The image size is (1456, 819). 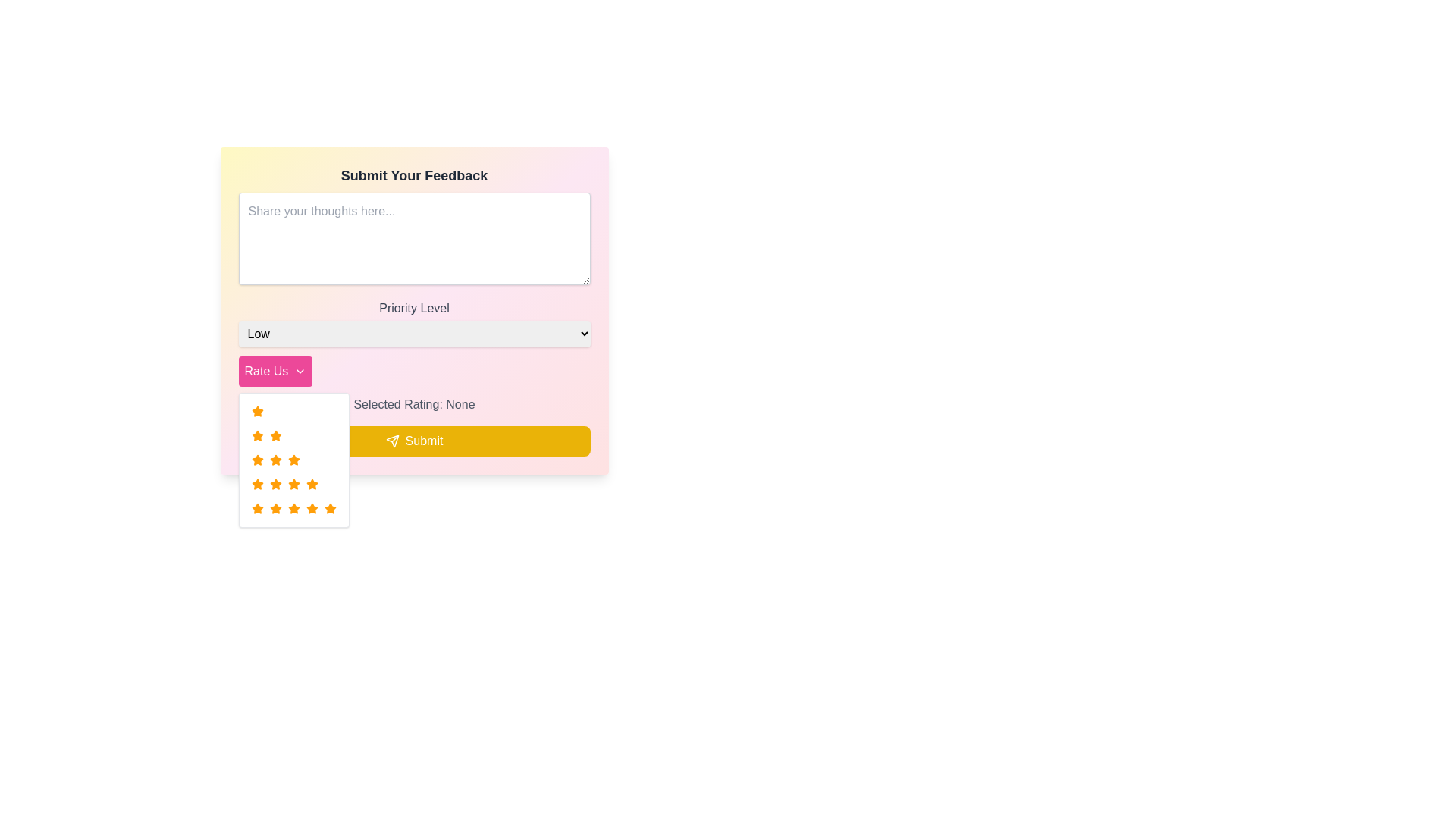 What do you see at coordinates (311, 484) in the screenshot?
I see `the vibrant orange star icon` at bounding box center [311, 484].